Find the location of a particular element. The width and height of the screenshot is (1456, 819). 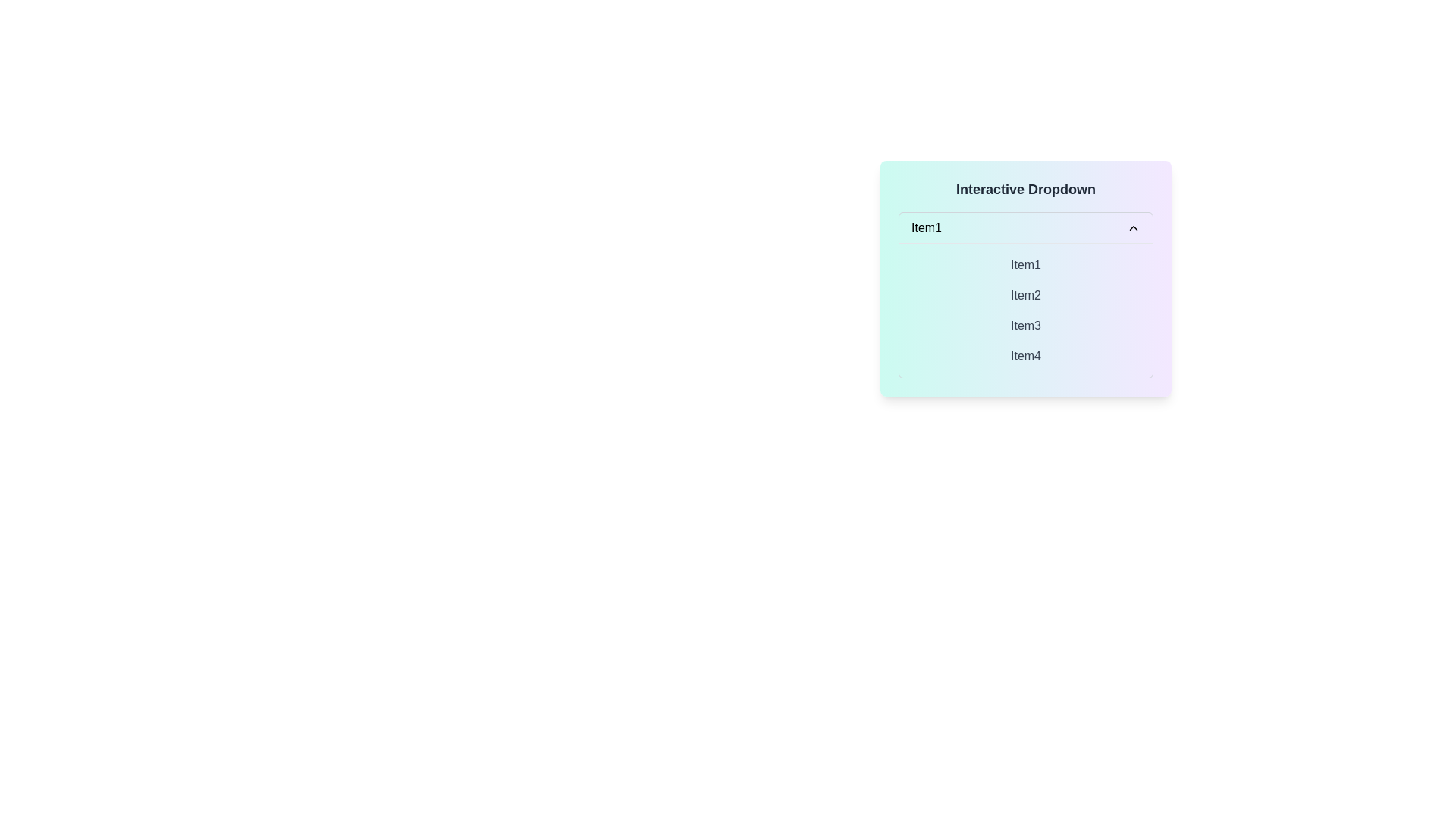

the Dropdown Selector displaying 'Item1' is located at coordinates (1026, 227).